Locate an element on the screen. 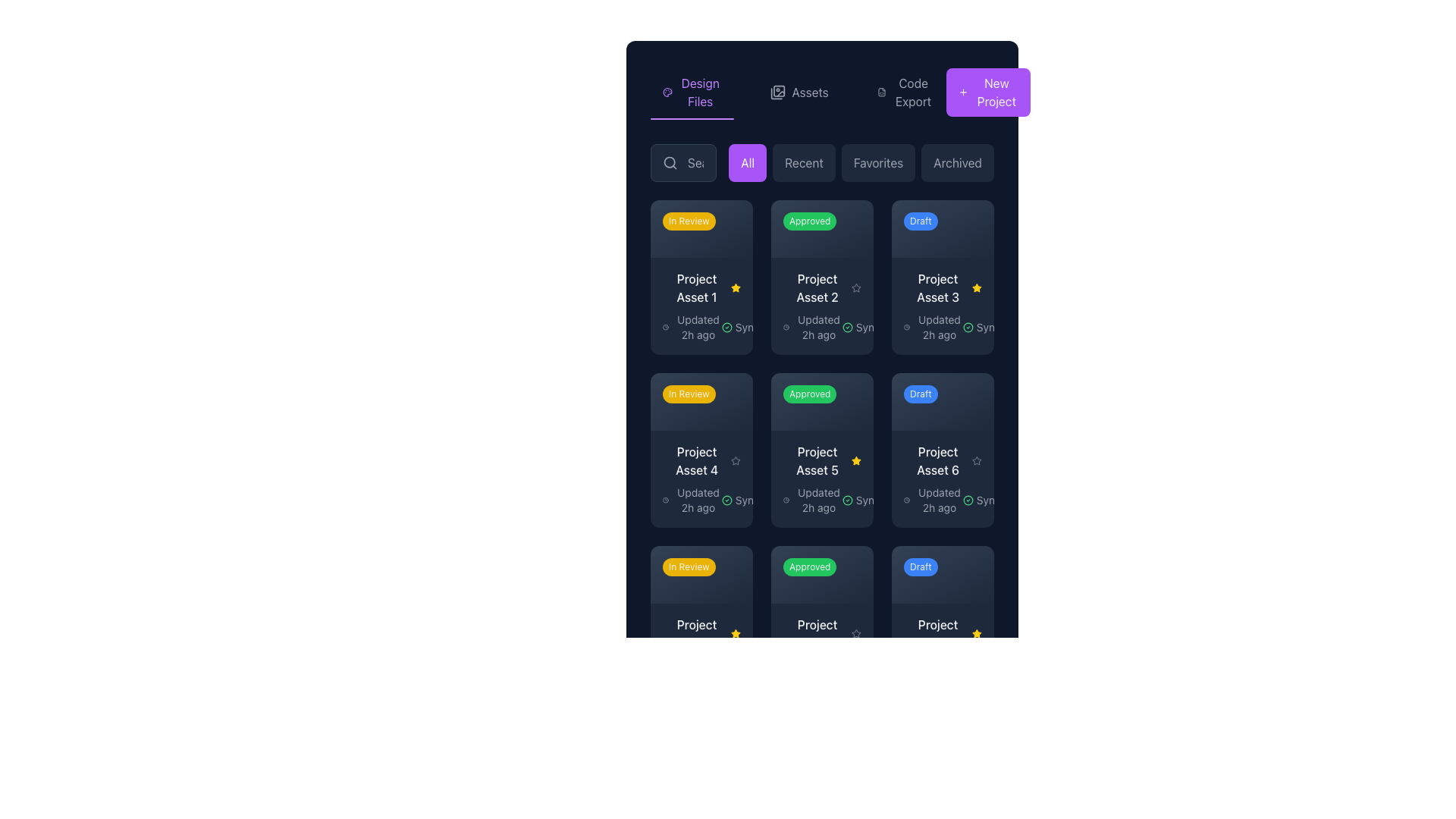 Image resolution: width=1456 pixels, height=819 pixels. the 'Synced' label with a green checkmark icon, located in the bottom of the third card in the second row of the grid layout, next to the 'Updated 2h ago' text is located at coordinates (987, 500).